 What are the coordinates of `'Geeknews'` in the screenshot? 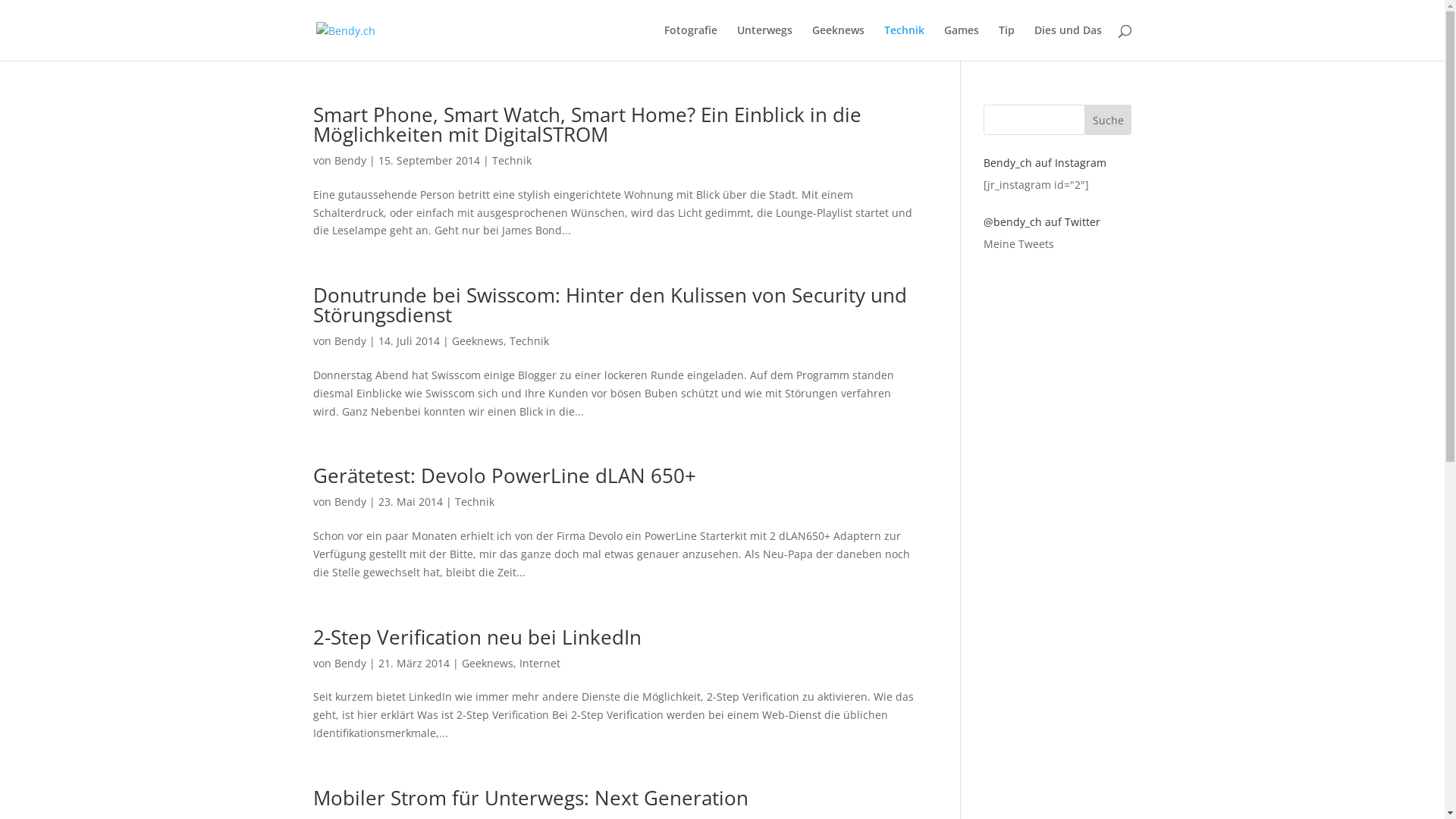 It's located at (836, 42).